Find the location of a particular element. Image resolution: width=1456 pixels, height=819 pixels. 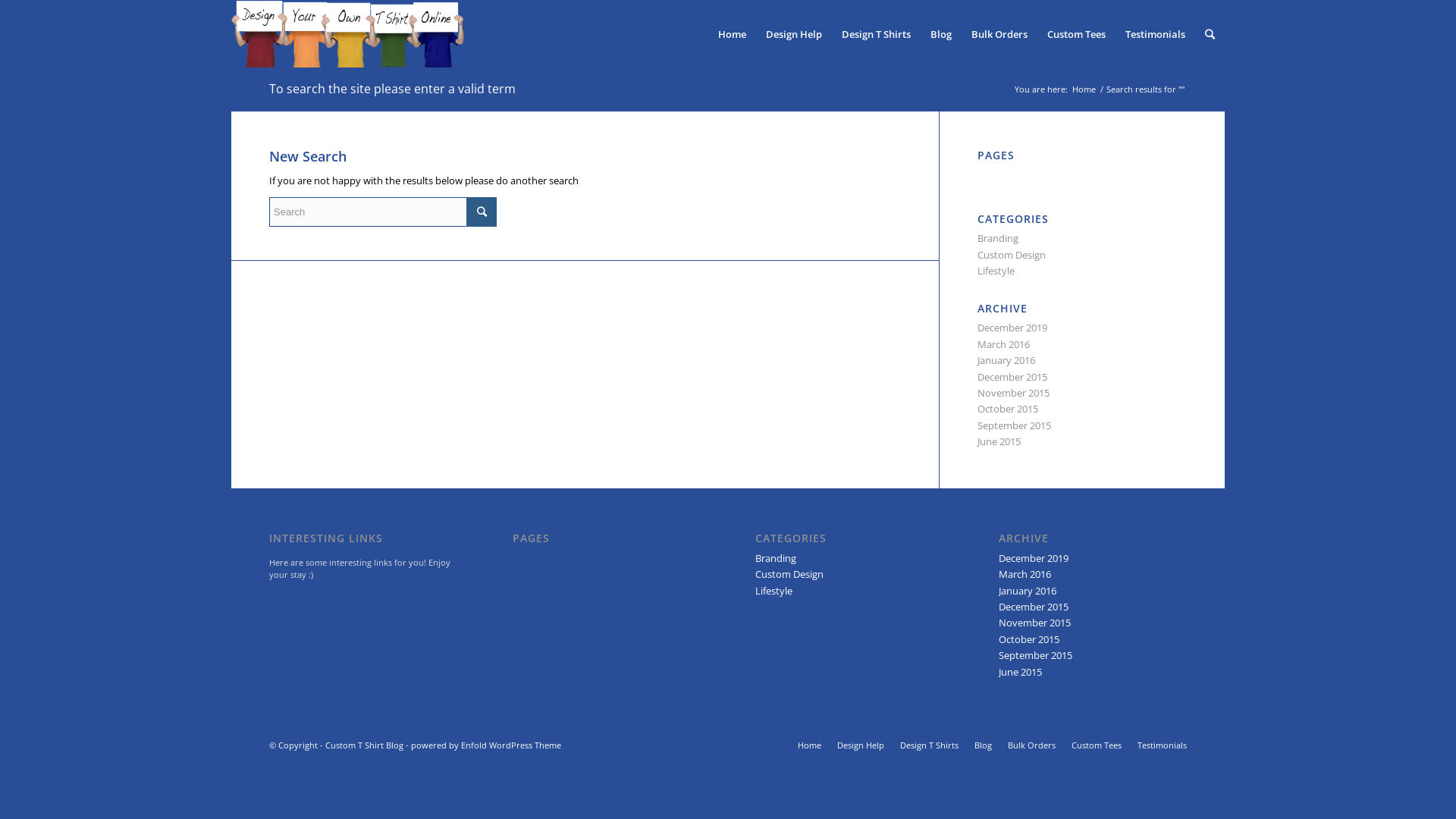

'Design Help' is located at coordinates (756, 34).